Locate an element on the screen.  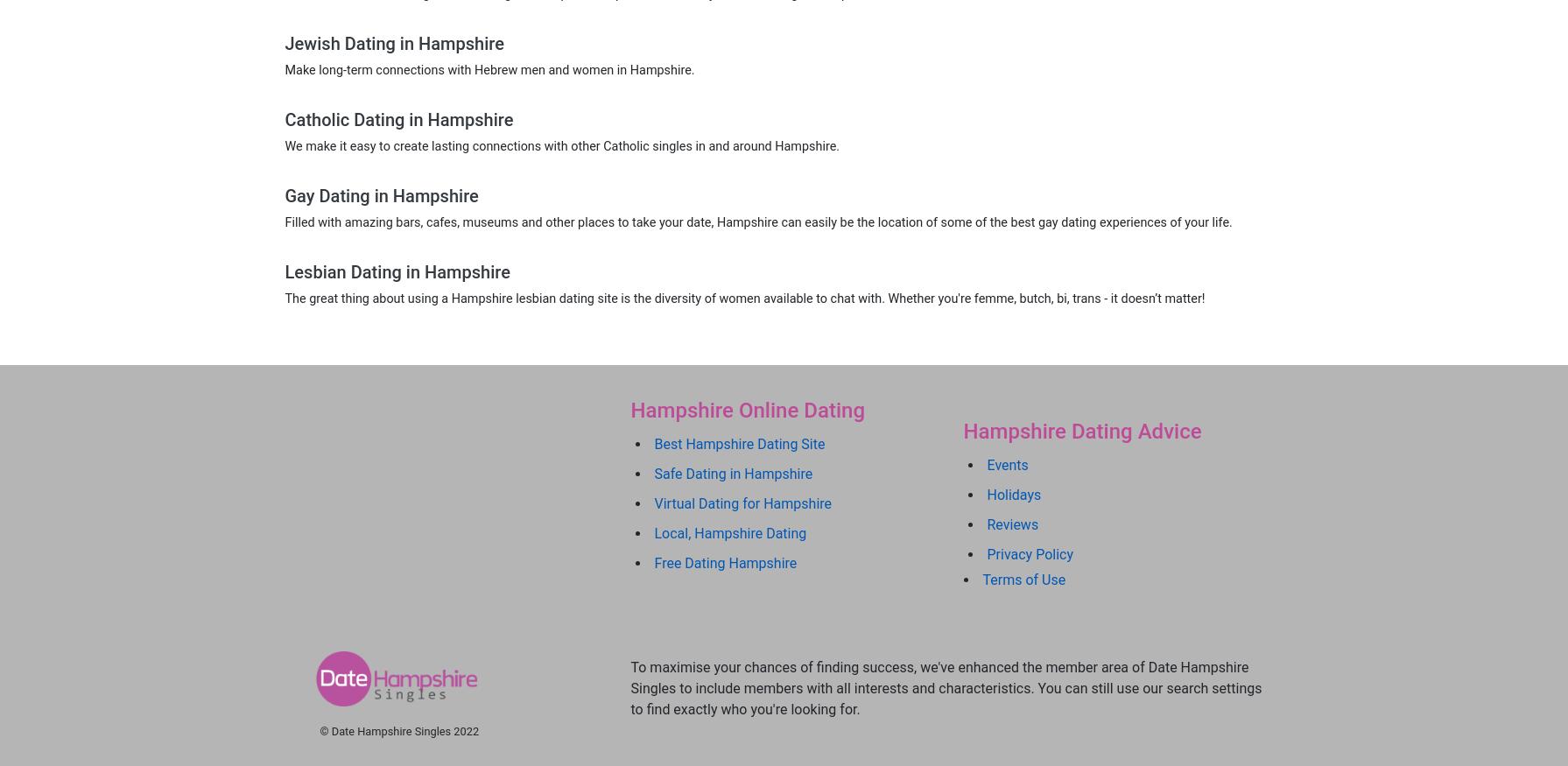
'Terms of Use' is located at coordinates (1023, 579).